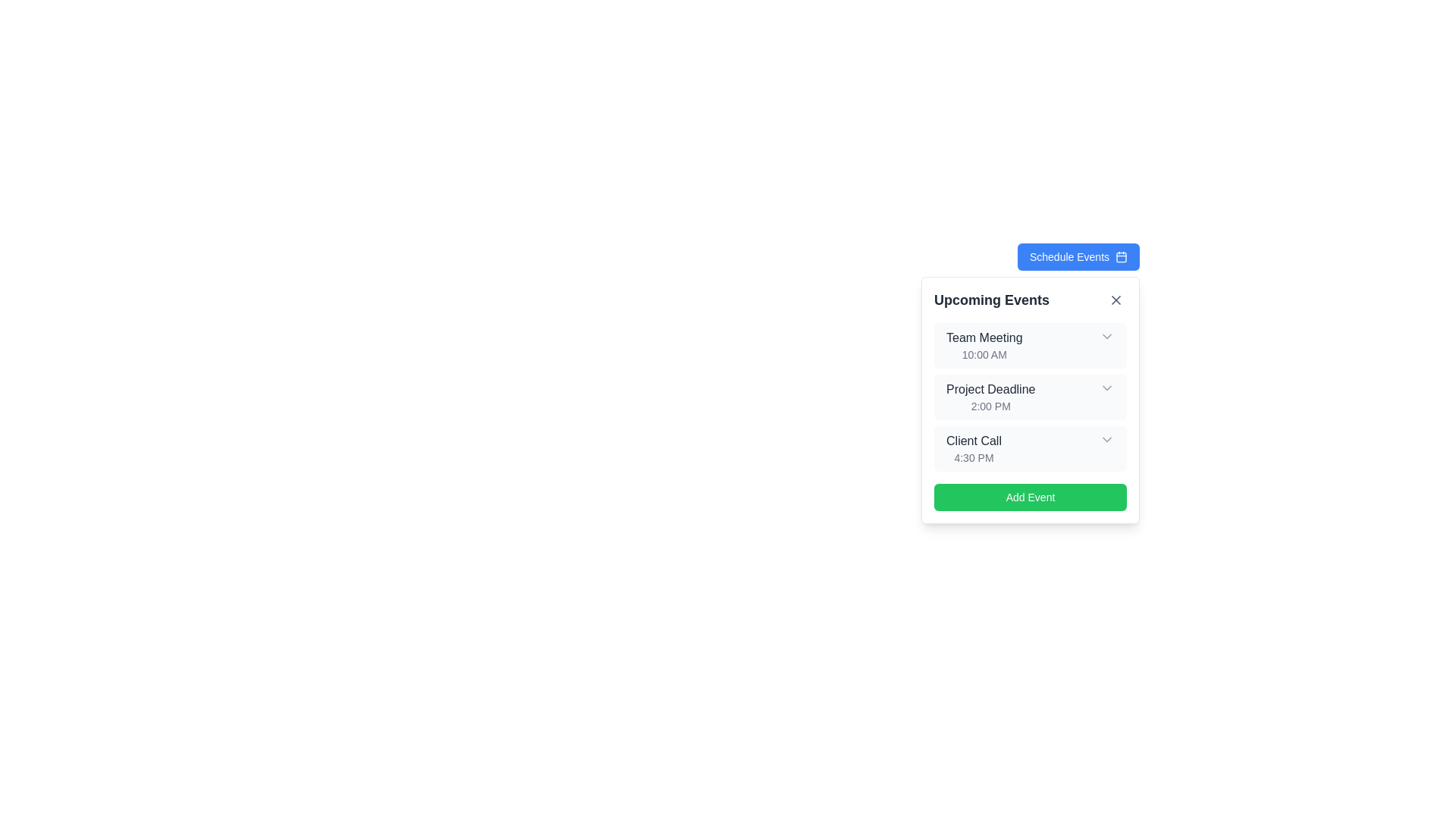 The image size is (1456, 819). What do you see at coordinates (974, 447) in the screenshot?
I see `on the 'Client Call' textual display unit, which consists of bold gray text reading 'Client Call' and smaller gray text reading '4:30 PM', located in the 'Upcoming Events' section` at bounding box center [974, 447].